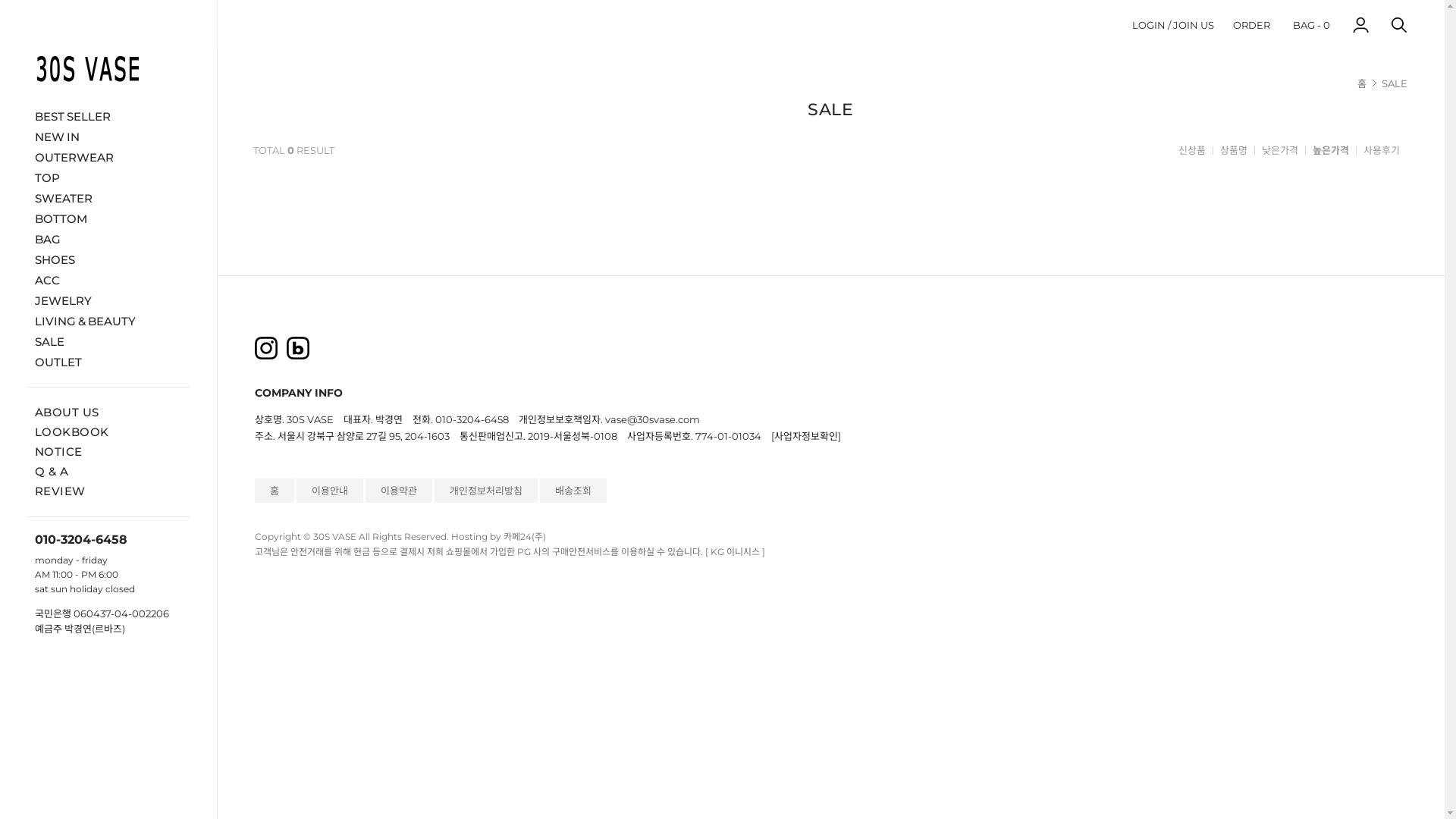 Image resolution: width=1456 pixels, height=819 pixels. I want to click on 'ABOUT US', so click(66, 412).